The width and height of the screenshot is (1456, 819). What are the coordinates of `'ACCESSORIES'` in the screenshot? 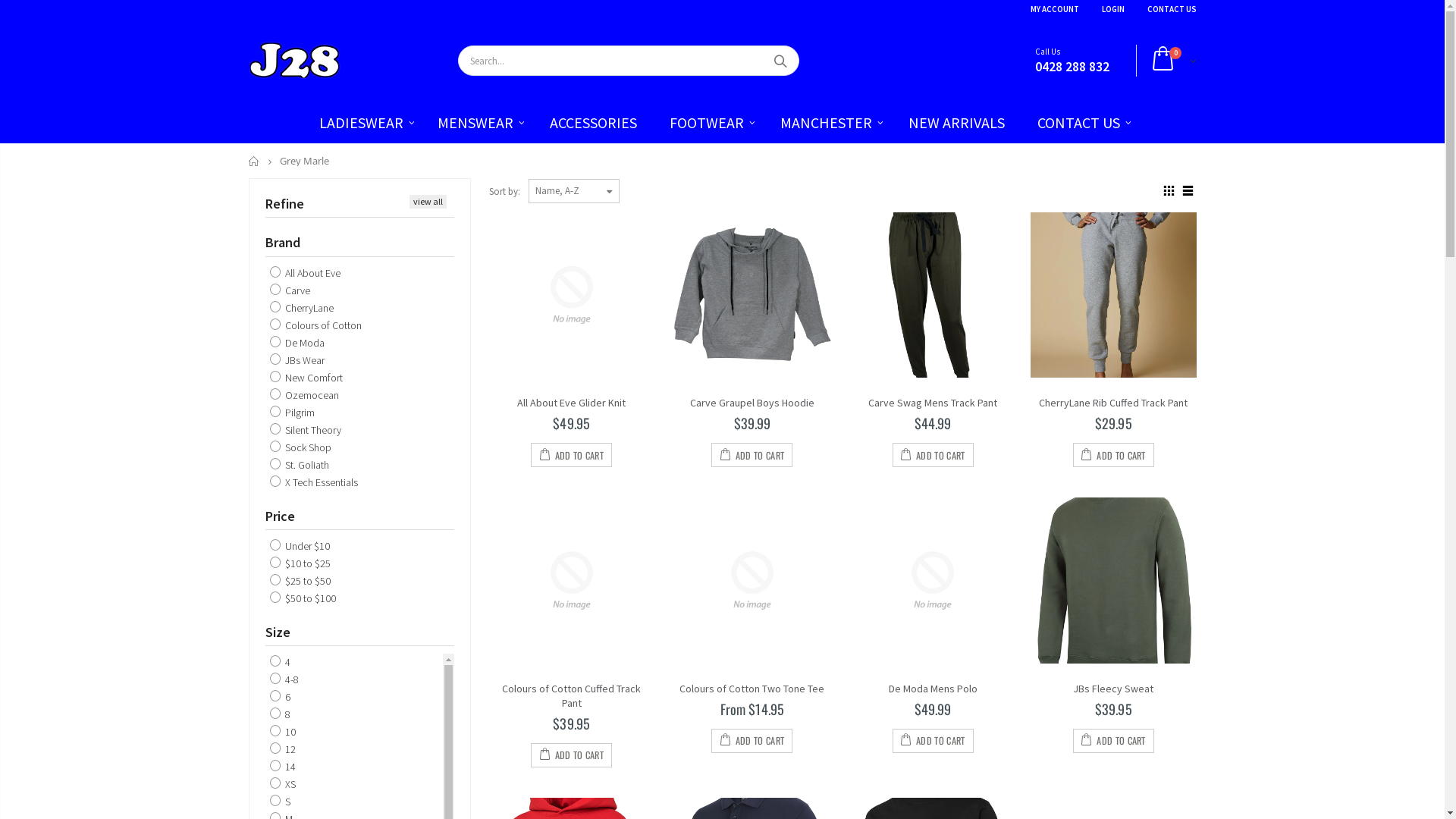 It's located at (591, 122).